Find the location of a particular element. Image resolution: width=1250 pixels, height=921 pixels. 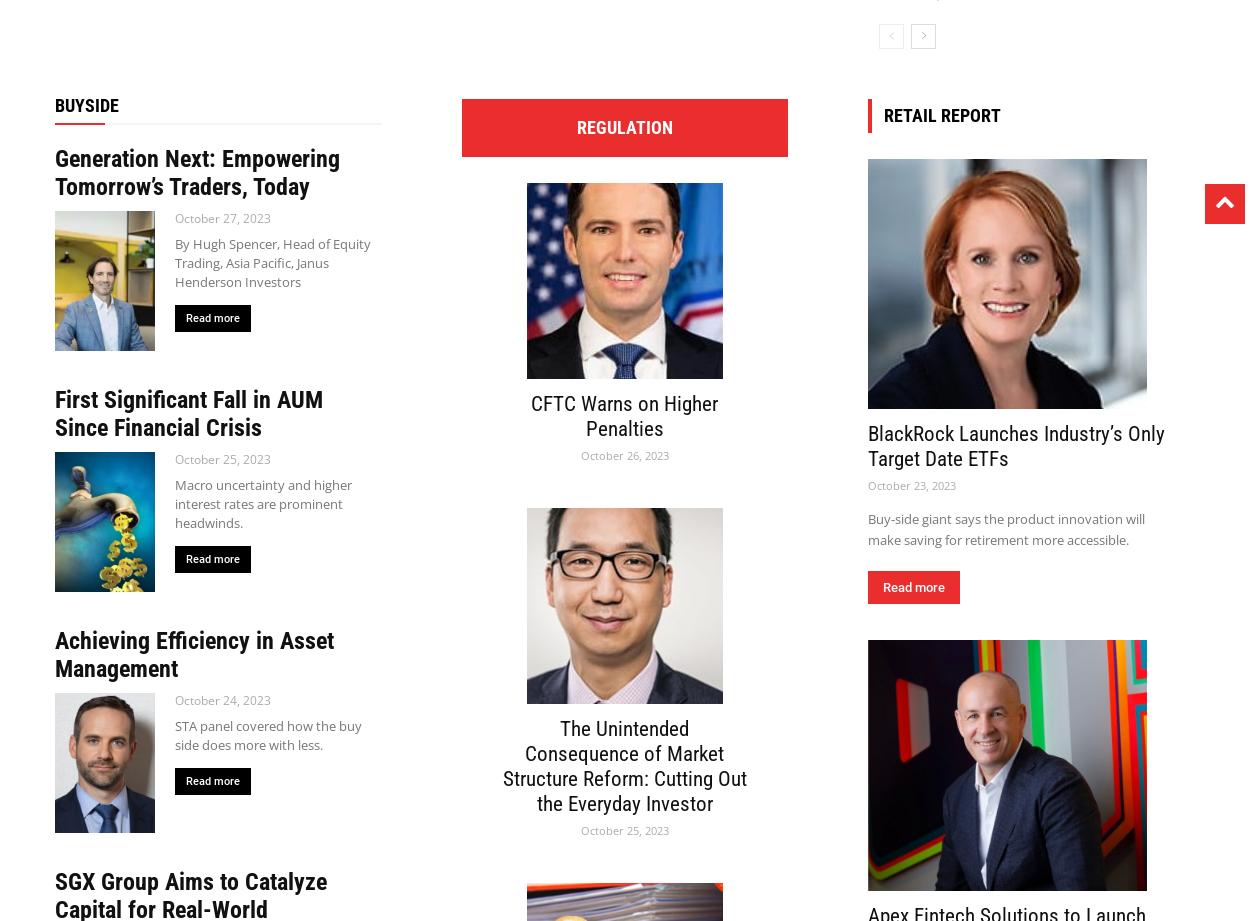

'Buy-side giant says the product innovation will make saving for retirement more accessible.' is located at coordinates (1006, 528).